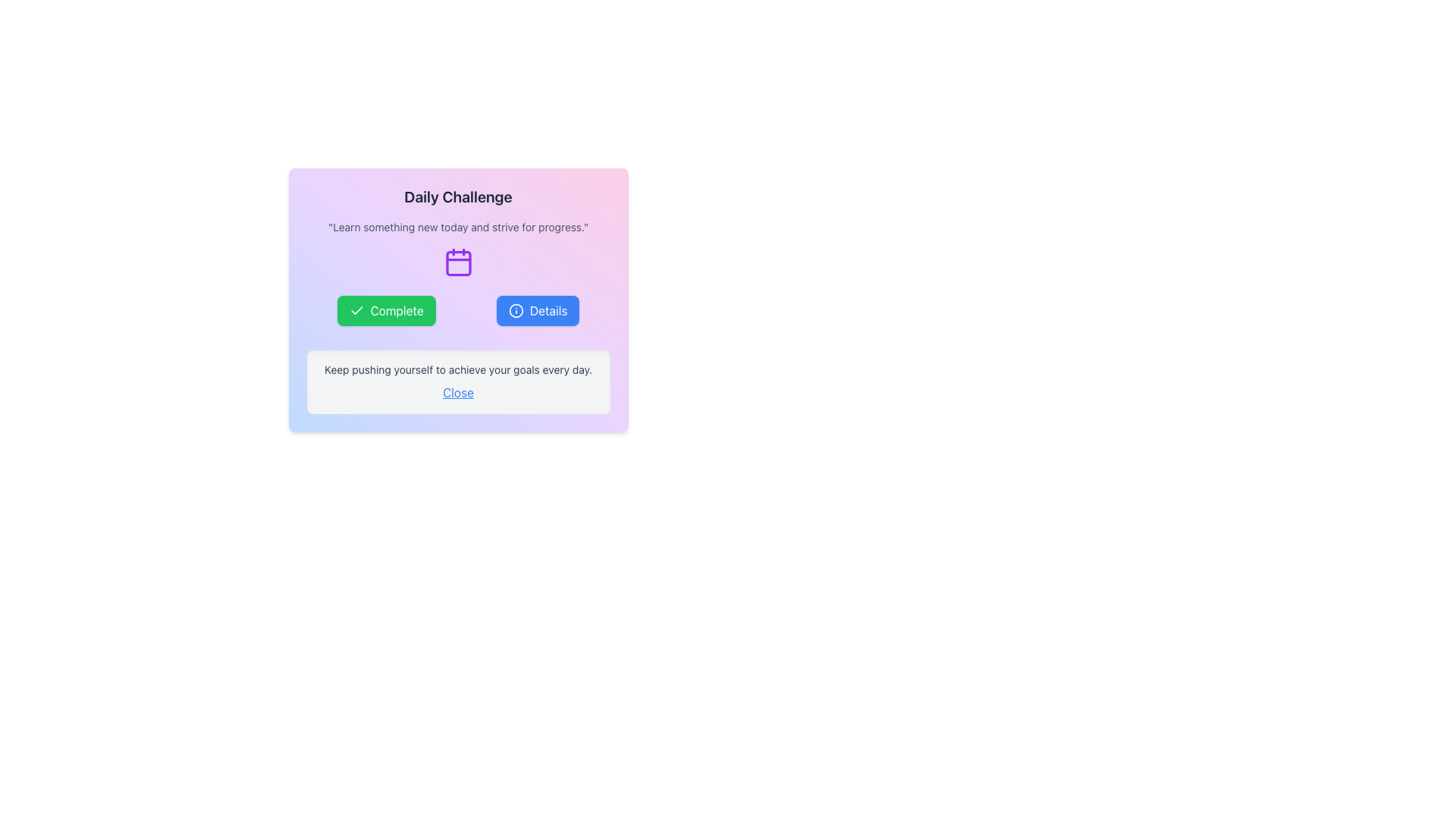 The height and width of the screenshot is (819, 1456). I want to click on the green checkmark icon on the left side of the 'Complete' button, which has a green background and white text, located beneath the 'Daily Challenge' header, so click(356, 309).